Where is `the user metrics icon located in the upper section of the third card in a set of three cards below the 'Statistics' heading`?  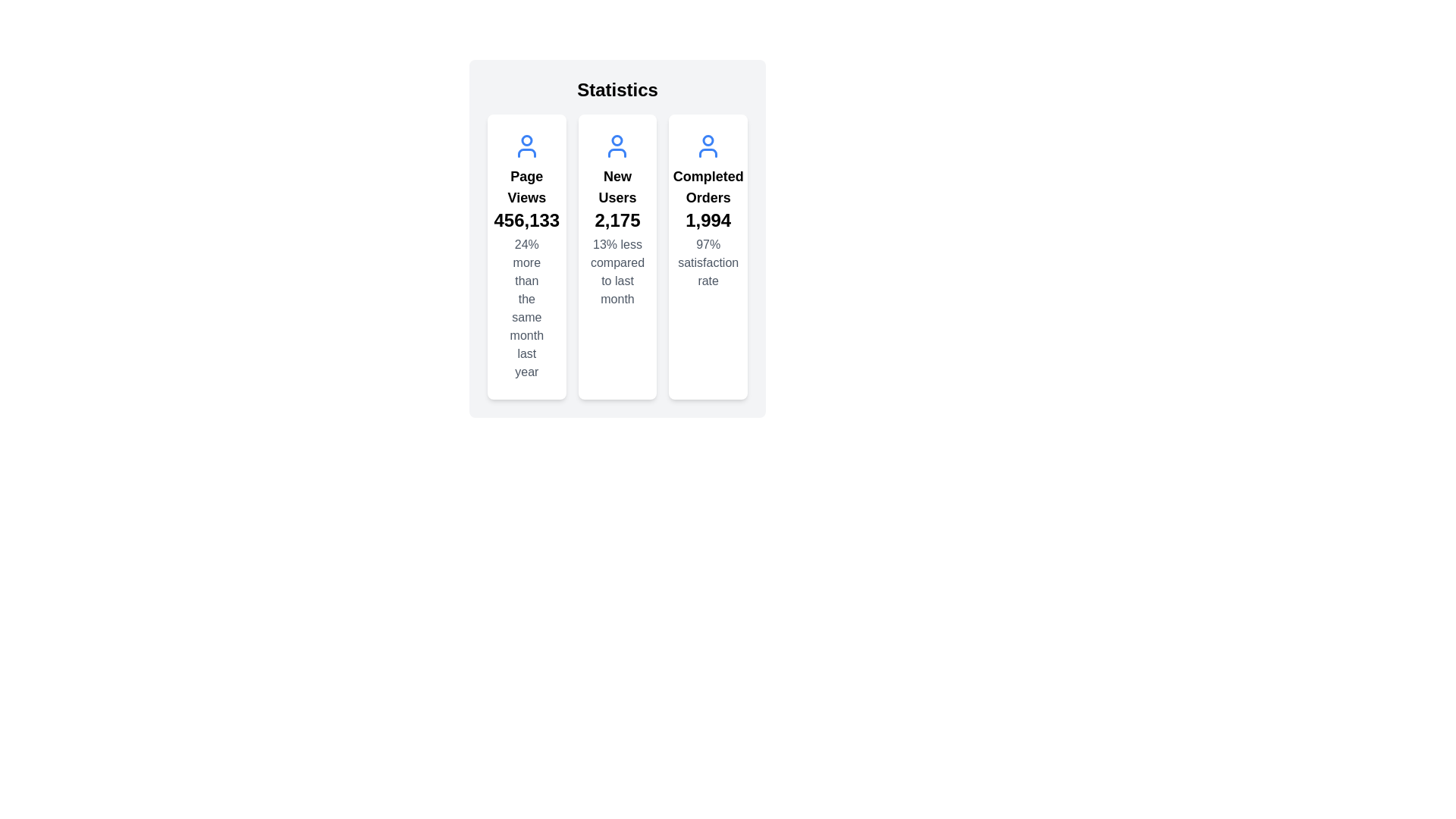 the user metrics icon located in the upper section of the third card in a set of three cards below the 'Statistics' heading is located at coordinates (708, 146).